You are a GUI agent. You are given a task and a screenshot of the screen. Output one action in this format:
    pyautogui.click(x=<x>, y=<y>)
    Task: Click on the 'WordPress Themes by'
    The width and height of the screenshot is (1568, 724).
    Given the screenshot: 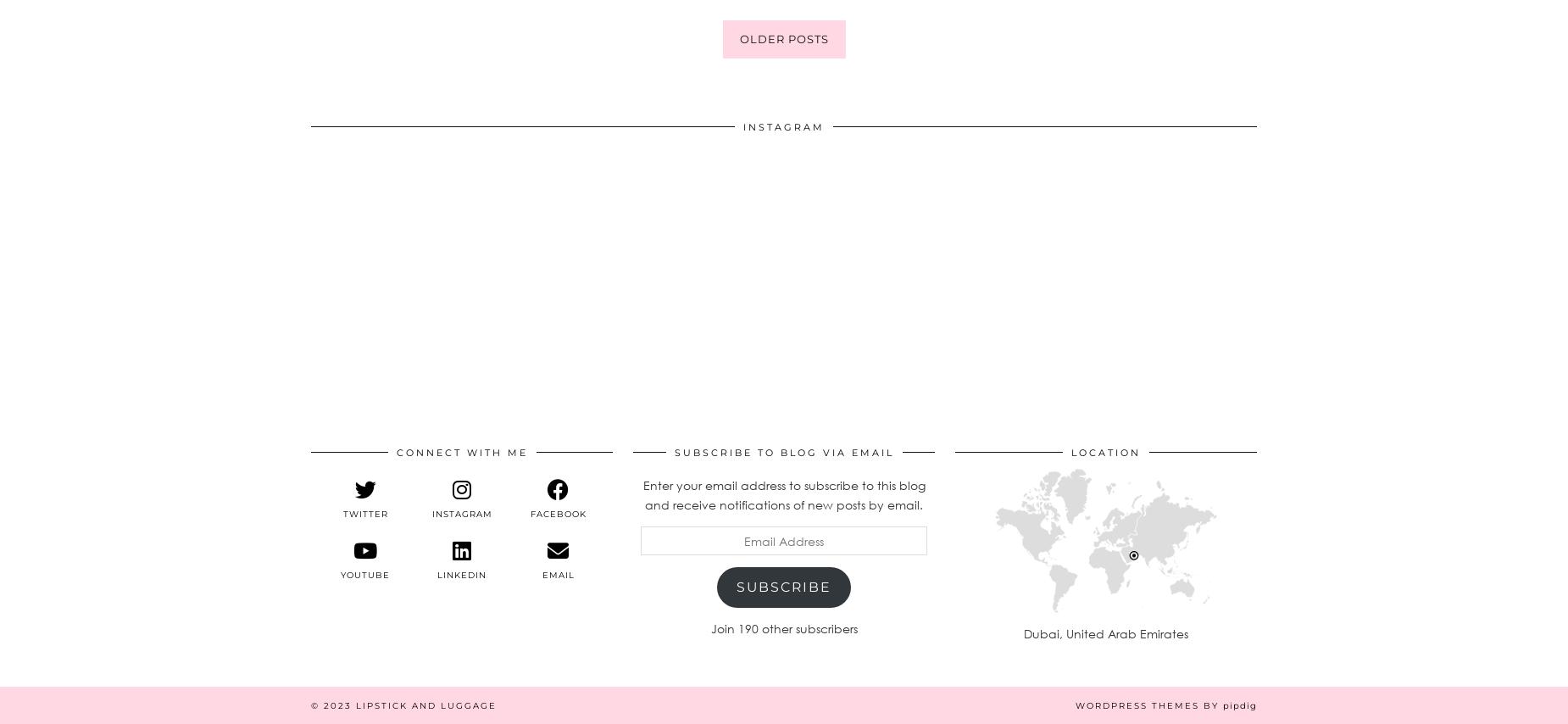 What is the action you would take?
    pyautogui.click(x=1148, y=704)
    